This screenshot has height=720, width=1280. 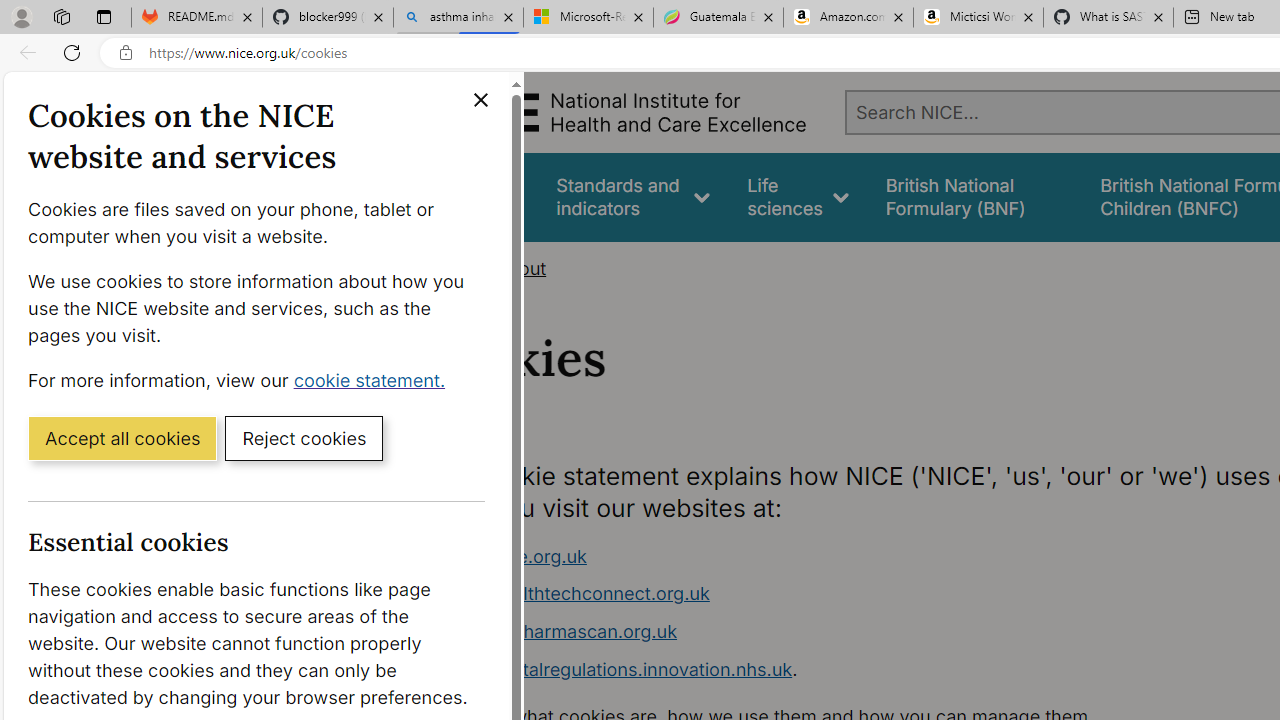 What do you see at coordinates (575, 593) in the screenshot?
I see `'www.healthtechconnect.org.uk'` at bounding box center [575, 593].